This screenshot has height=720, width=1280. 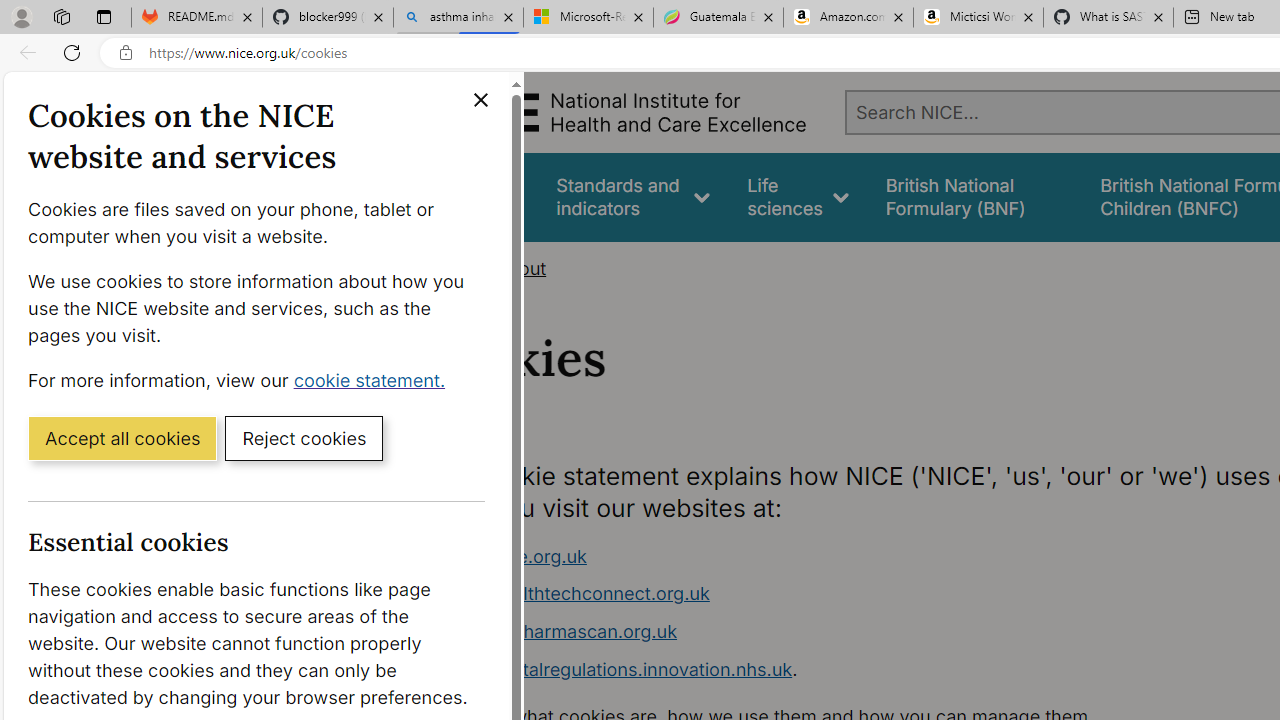 What do you see at coordinates (575, 593) in the screenshot?
I see `'www.healthtechconnect.org.uk'` at bounding box center [575, 593].